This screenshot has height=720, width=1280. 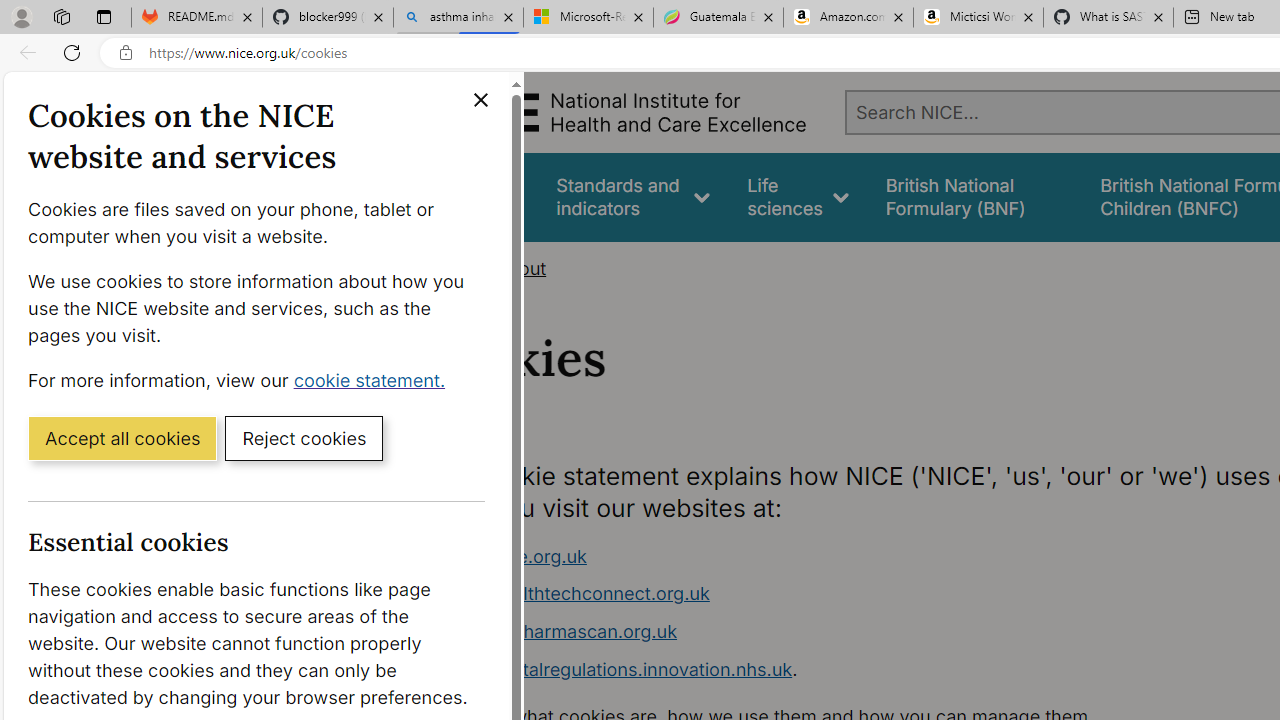 What do you see at coordinates (575, 593) in the screenshot?
I see `'www.healthtechconnect.org.uk'` at bounding box center [575, 593].